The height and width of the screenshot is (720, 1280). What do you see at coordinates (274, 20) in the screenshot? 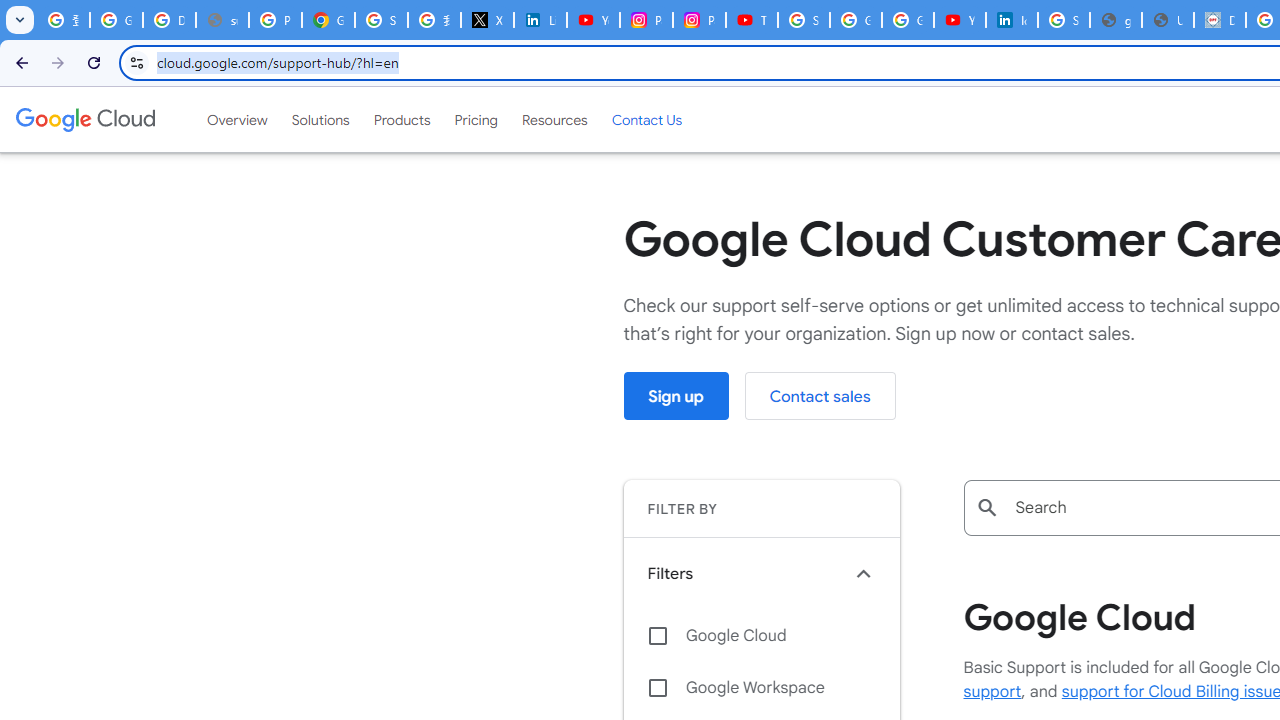
I see `'Privacy Help Center - Policies Help'` at bounding box center [274, 20].